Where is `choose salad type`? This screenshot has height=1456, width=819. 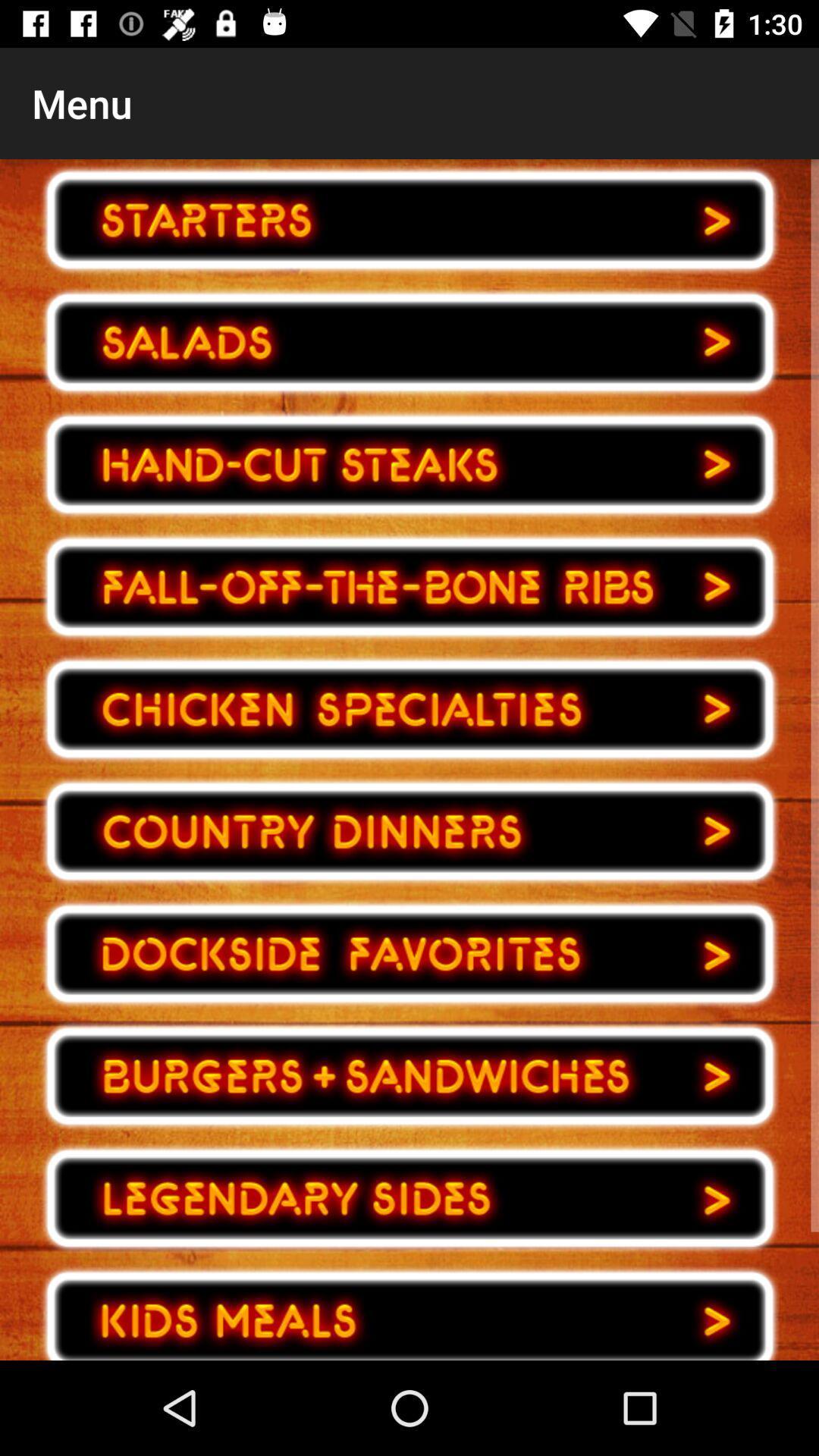
choose salad type is located at coordinates (409, 341).